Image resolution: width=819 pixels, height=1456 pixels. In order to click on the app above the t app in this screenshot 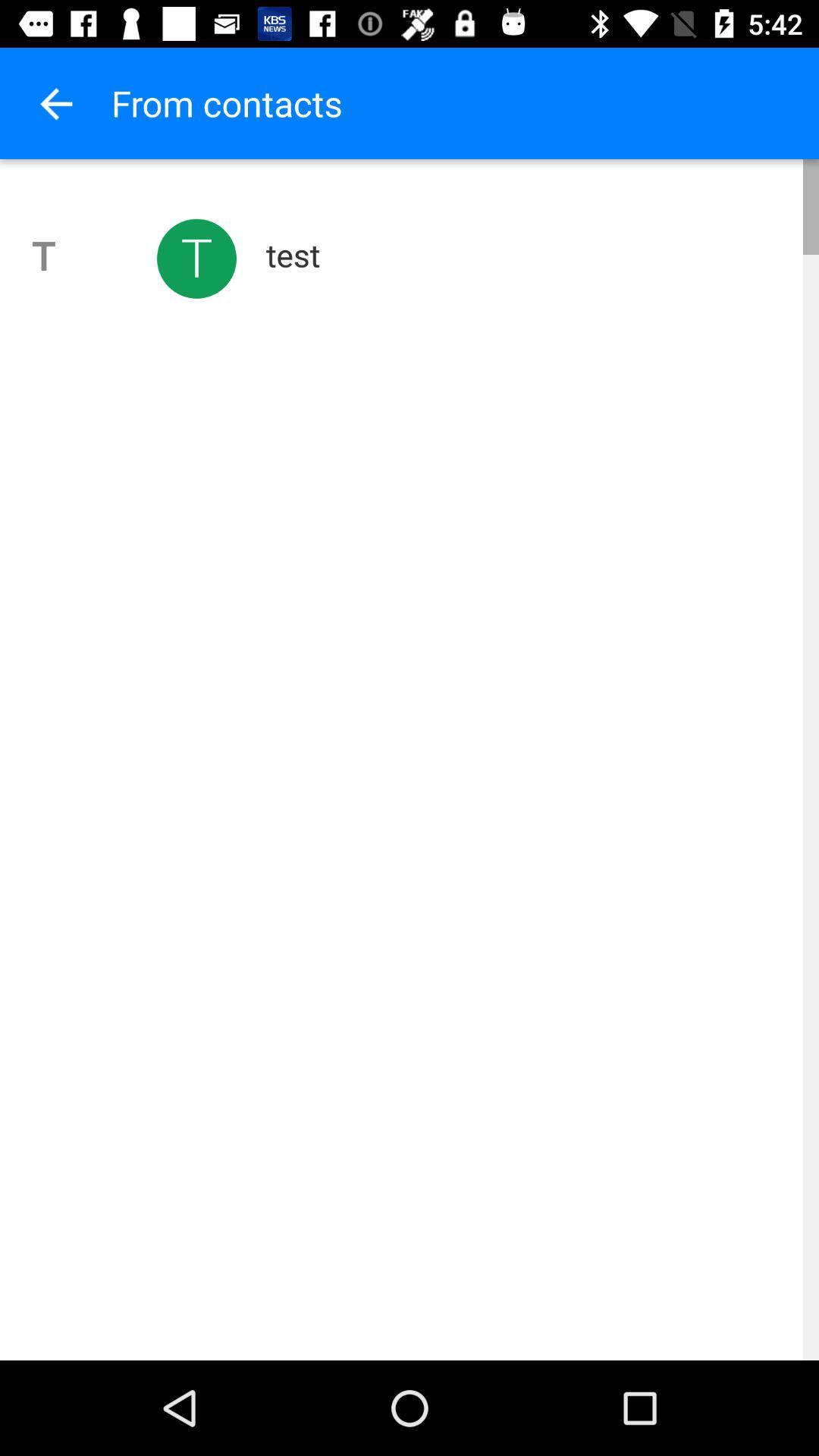, I will do `click(55, 102)`.